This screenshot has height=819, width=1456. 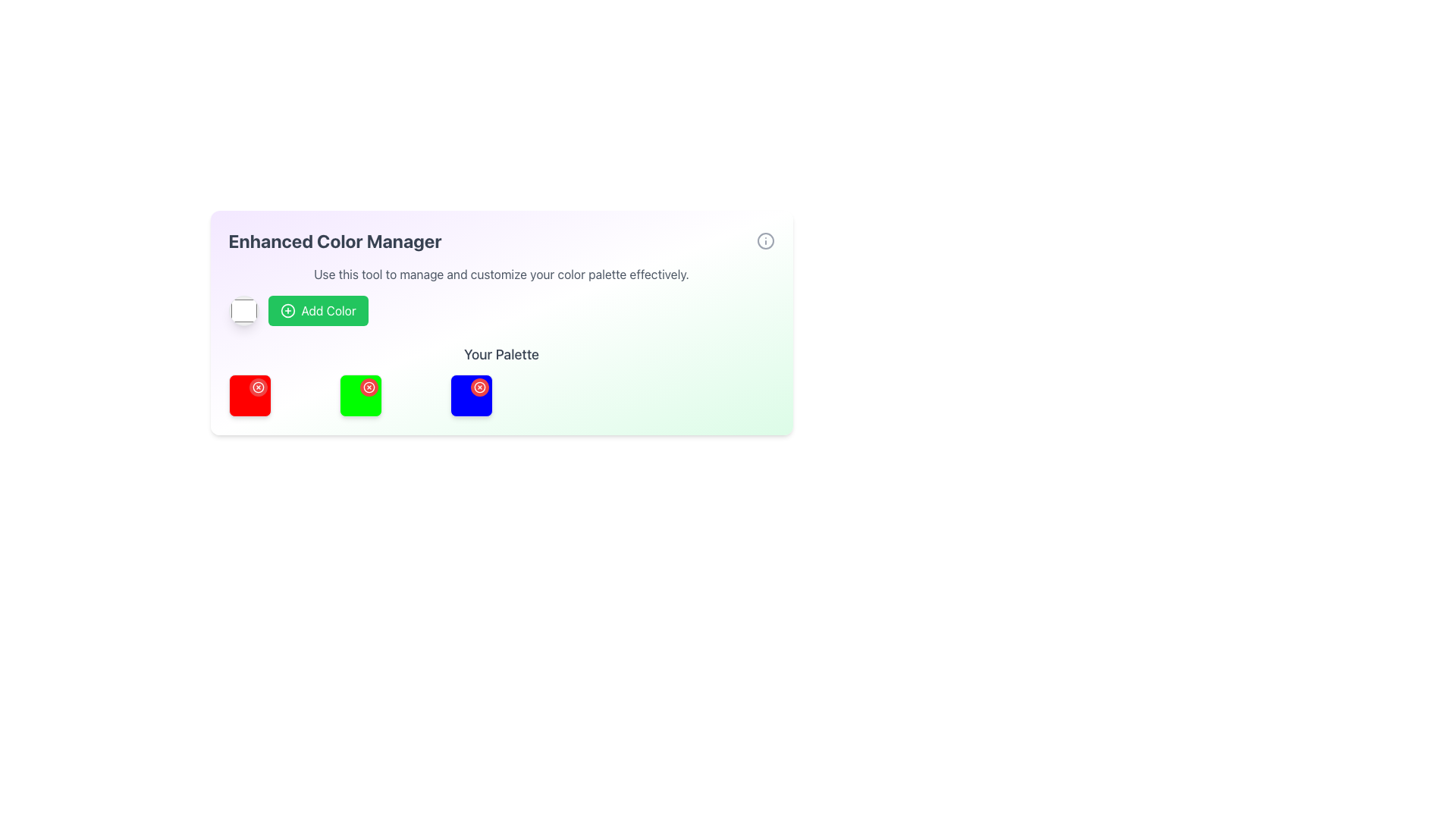 I want to click on the bright red interactive color block with rounded corners, so click(x=249, y=394).